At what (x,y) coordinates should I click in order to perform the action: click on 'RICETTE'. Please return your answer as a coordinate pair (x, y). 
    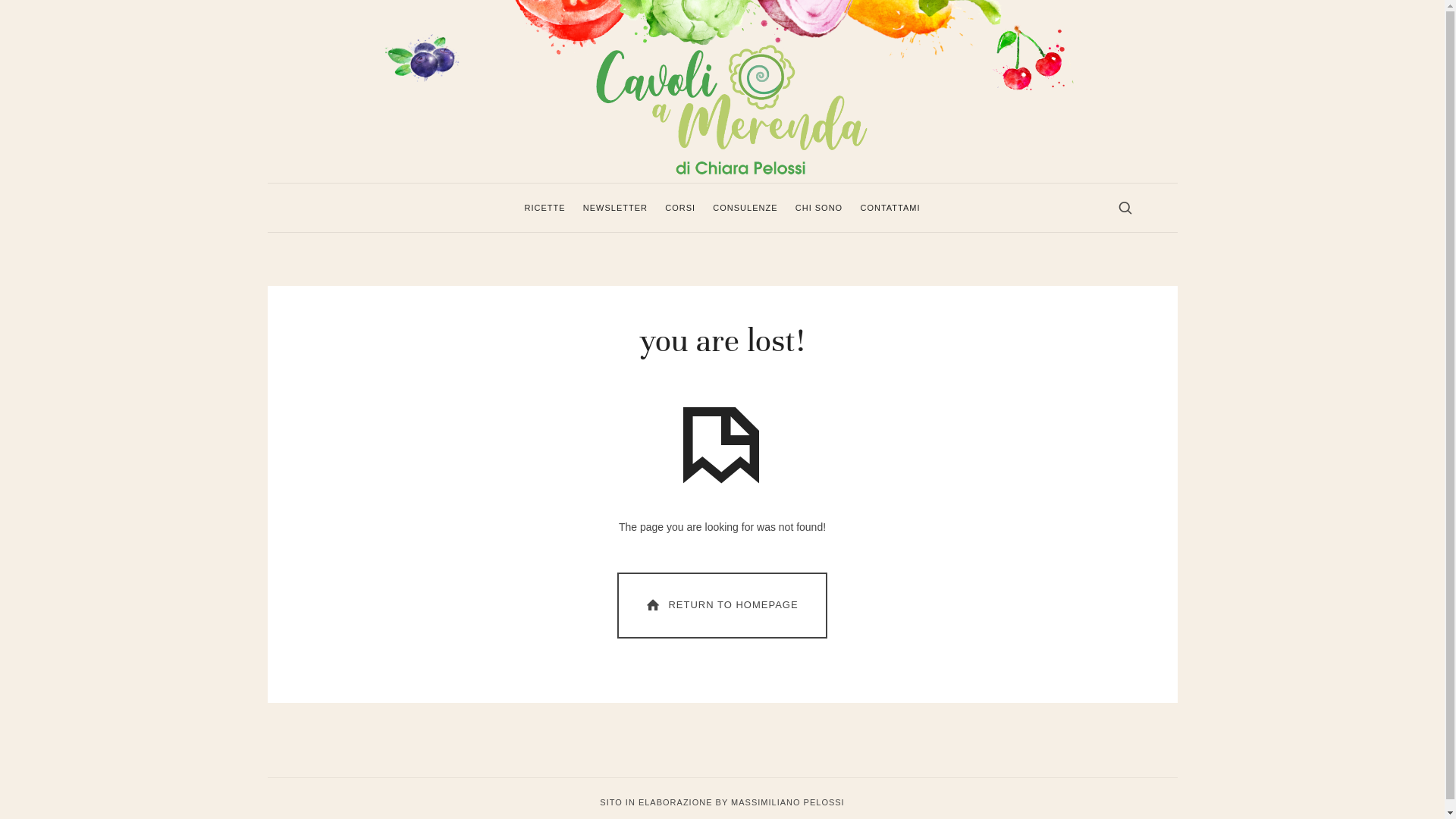
    Looking at the image, I should click on (524, 207).